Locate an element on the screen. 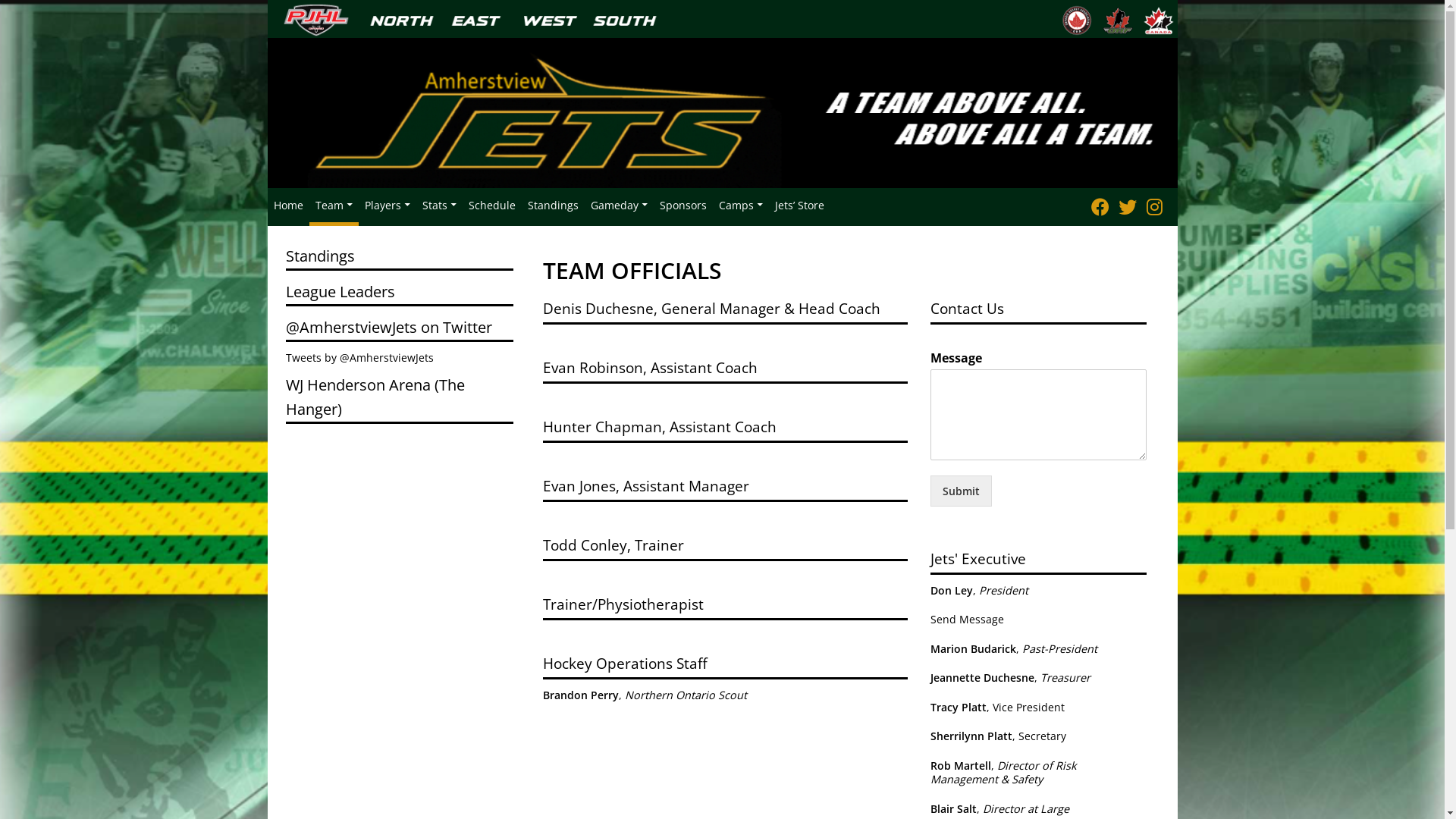  'Tweets by @AmherstviewJets' is located at coordinates (358, 357).